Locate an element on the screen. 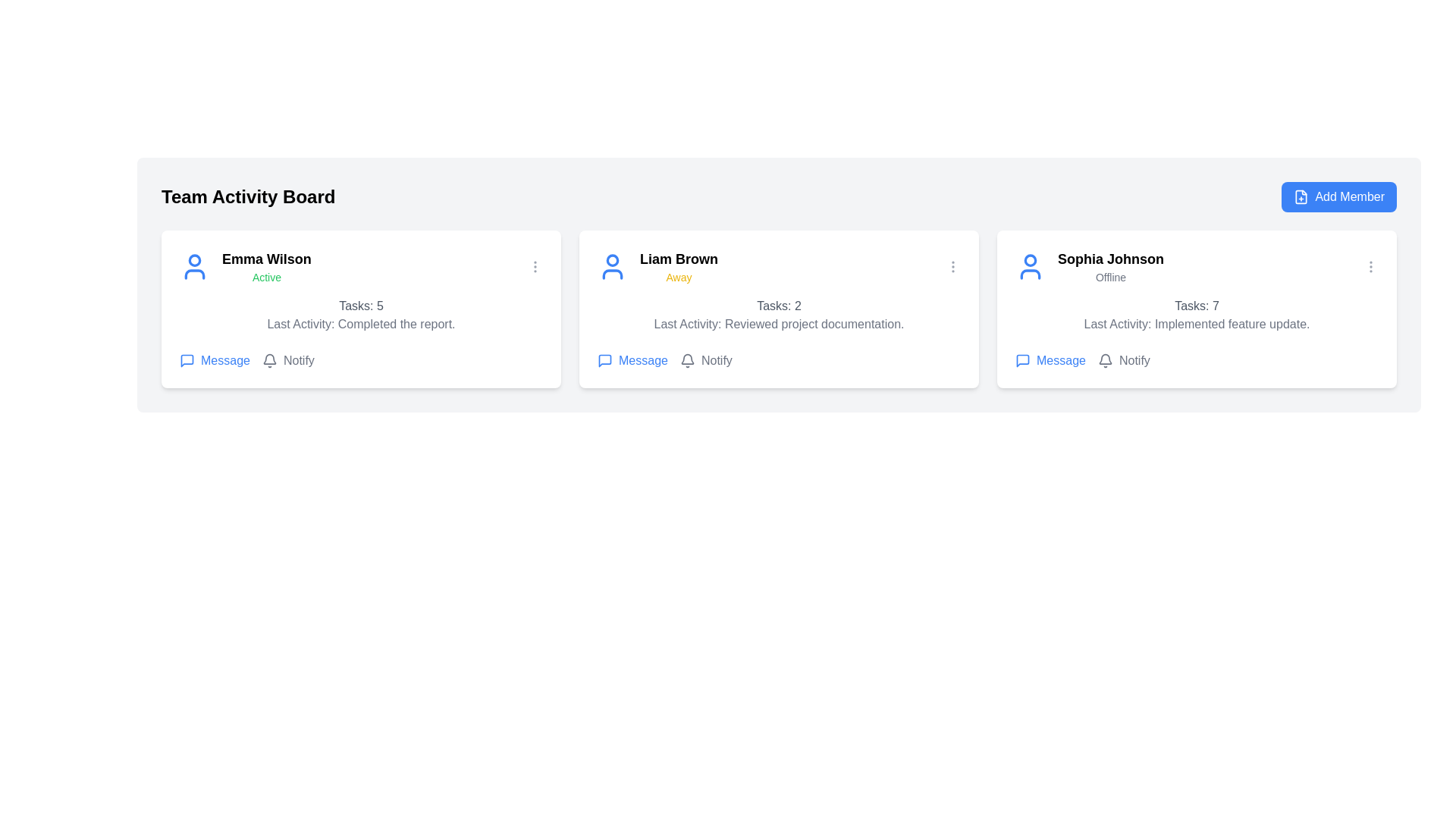 Image resolution: width=1456 pixels, height=819 pixels. the 'Message' button, which features a message bubble icon and blue text is located at coordinates (632, 360).